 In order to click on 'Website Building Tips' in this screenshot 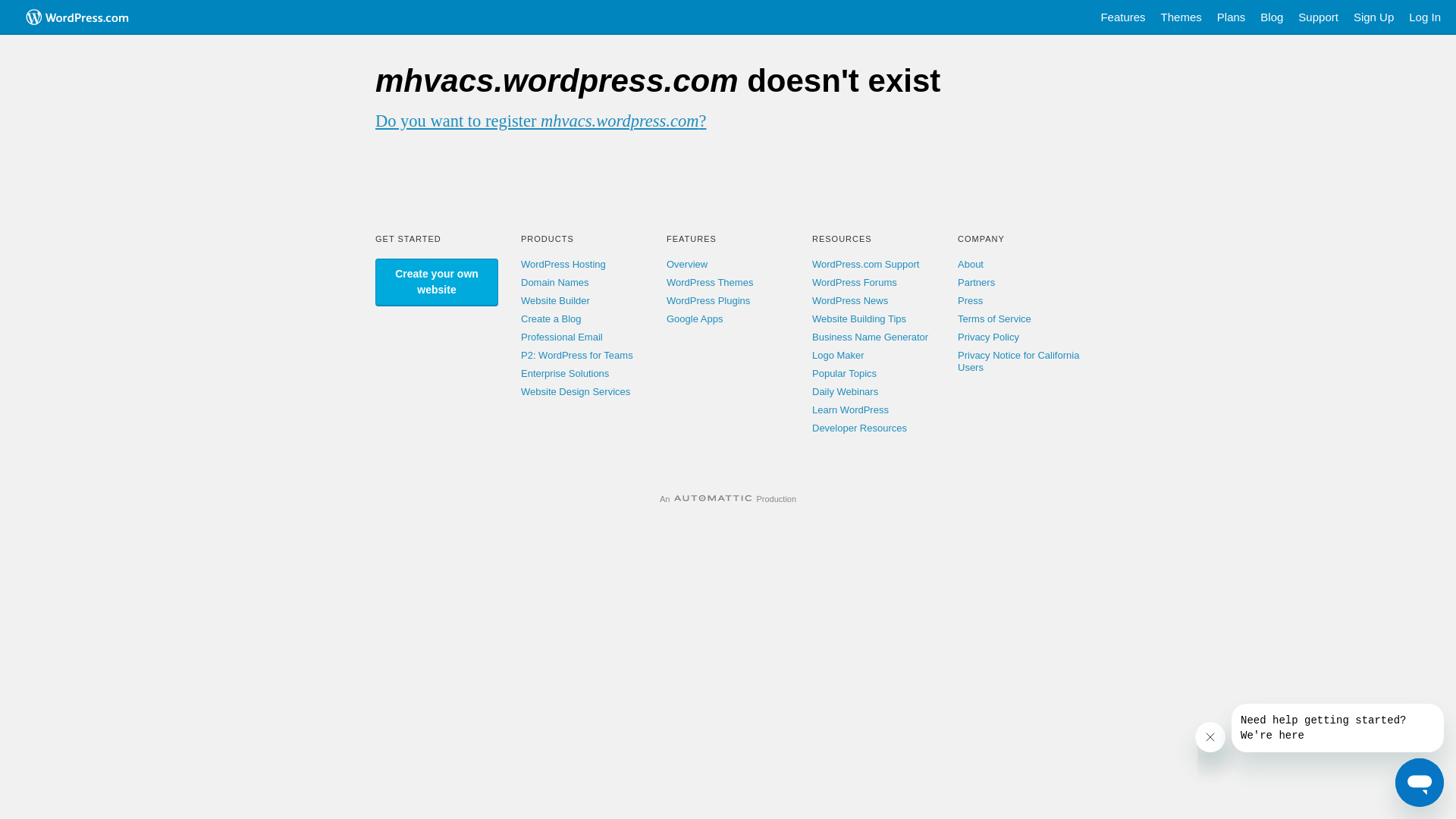, I will do `click(811, 318)`.